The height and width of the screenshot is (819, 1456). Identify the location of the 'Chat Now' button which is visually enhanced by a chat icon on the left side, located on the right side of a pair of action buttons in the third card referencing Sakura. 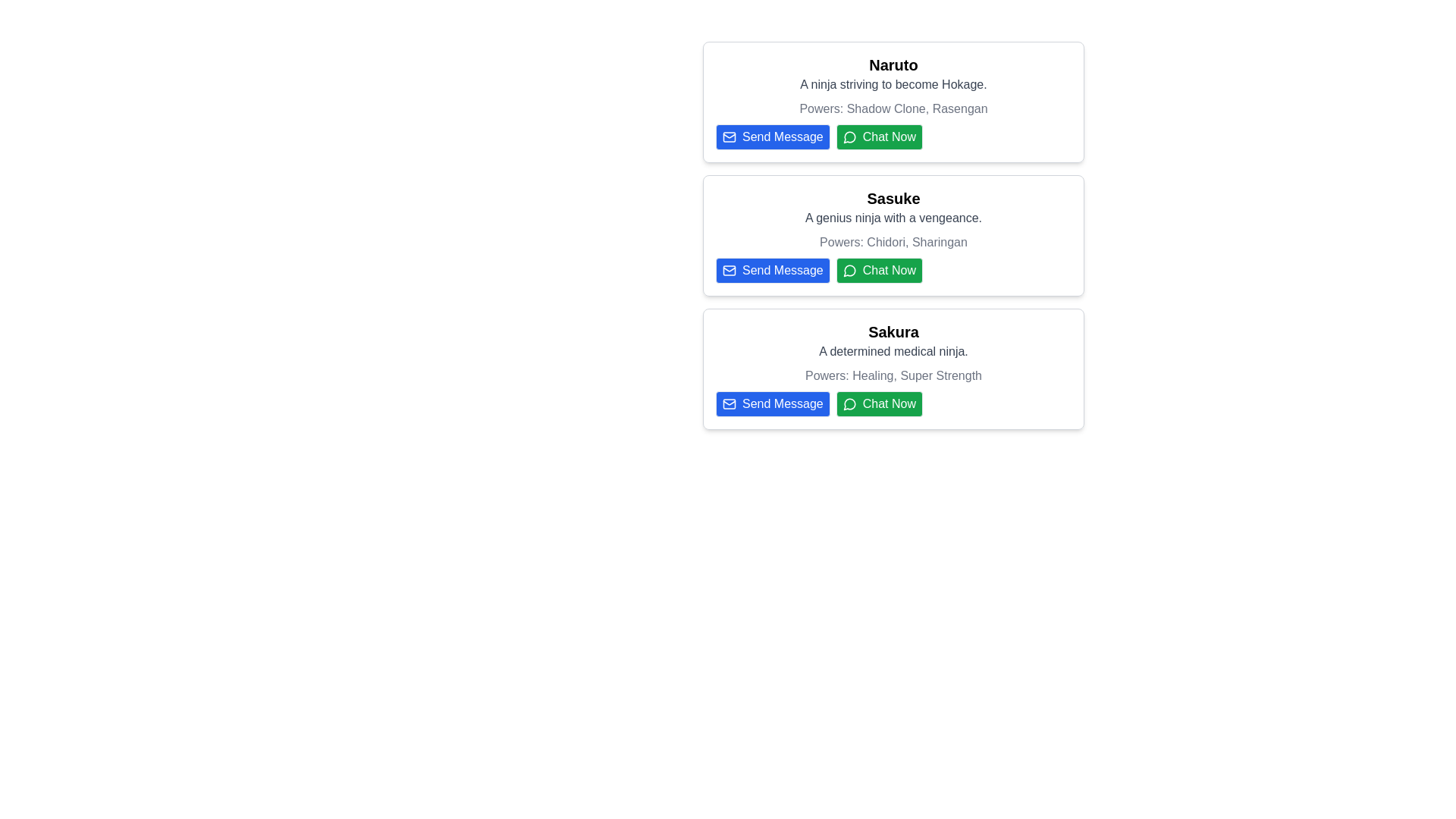
(849, 403).